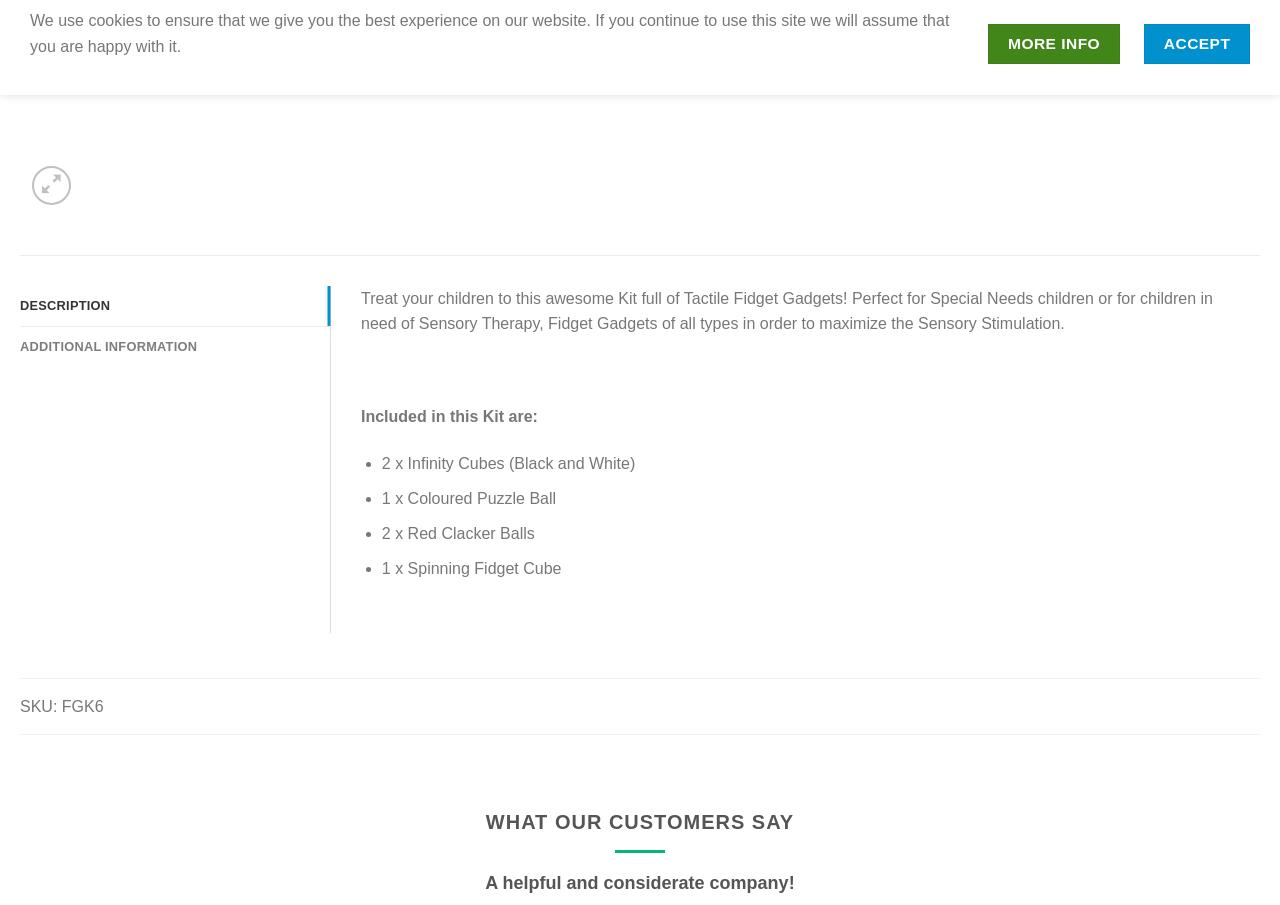 The width and height of the screenshot is (1280, 905). I want to click on 'More info', so click(1052, 42).